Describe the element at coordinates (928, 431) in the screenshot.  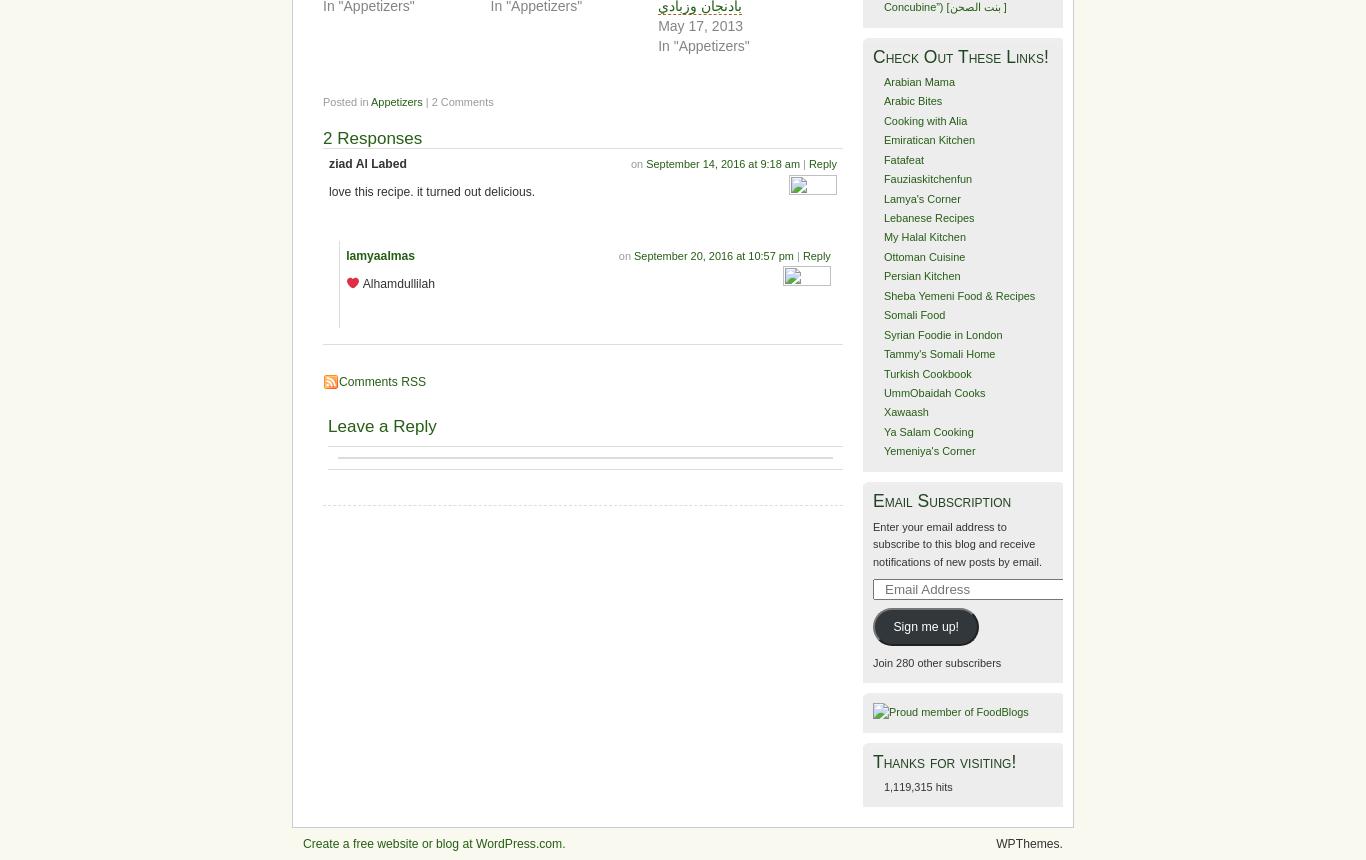
I see `'Ya Salam Cooking'` at that location.